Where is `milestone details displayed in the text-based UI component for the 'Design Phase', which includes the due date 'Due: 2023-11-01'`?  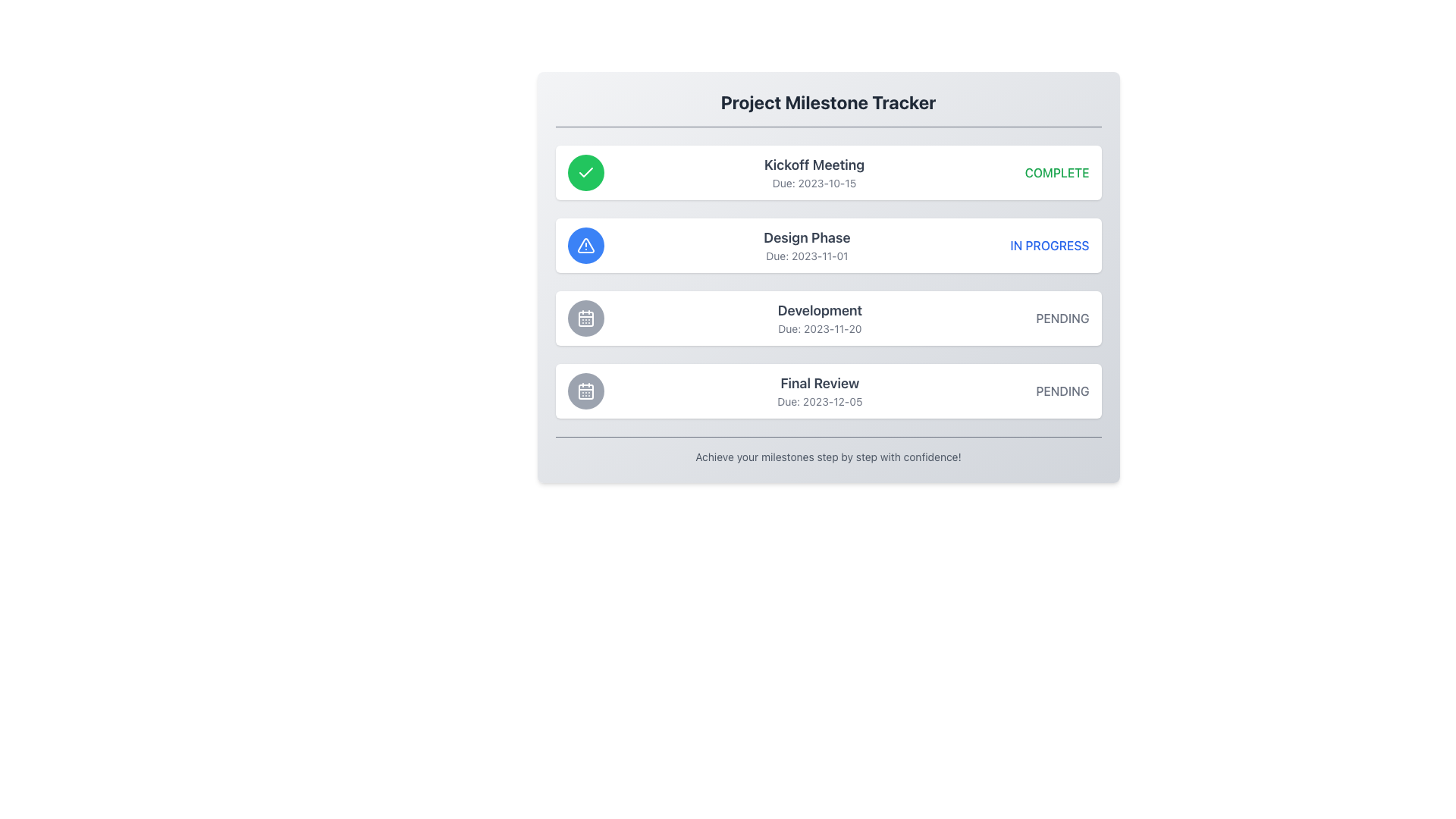 milestone details displayed in the text-based UI component for the 'Design Phase', which includes the due date 'Due: 2023-11-01' is located at coordinates (806, 245).